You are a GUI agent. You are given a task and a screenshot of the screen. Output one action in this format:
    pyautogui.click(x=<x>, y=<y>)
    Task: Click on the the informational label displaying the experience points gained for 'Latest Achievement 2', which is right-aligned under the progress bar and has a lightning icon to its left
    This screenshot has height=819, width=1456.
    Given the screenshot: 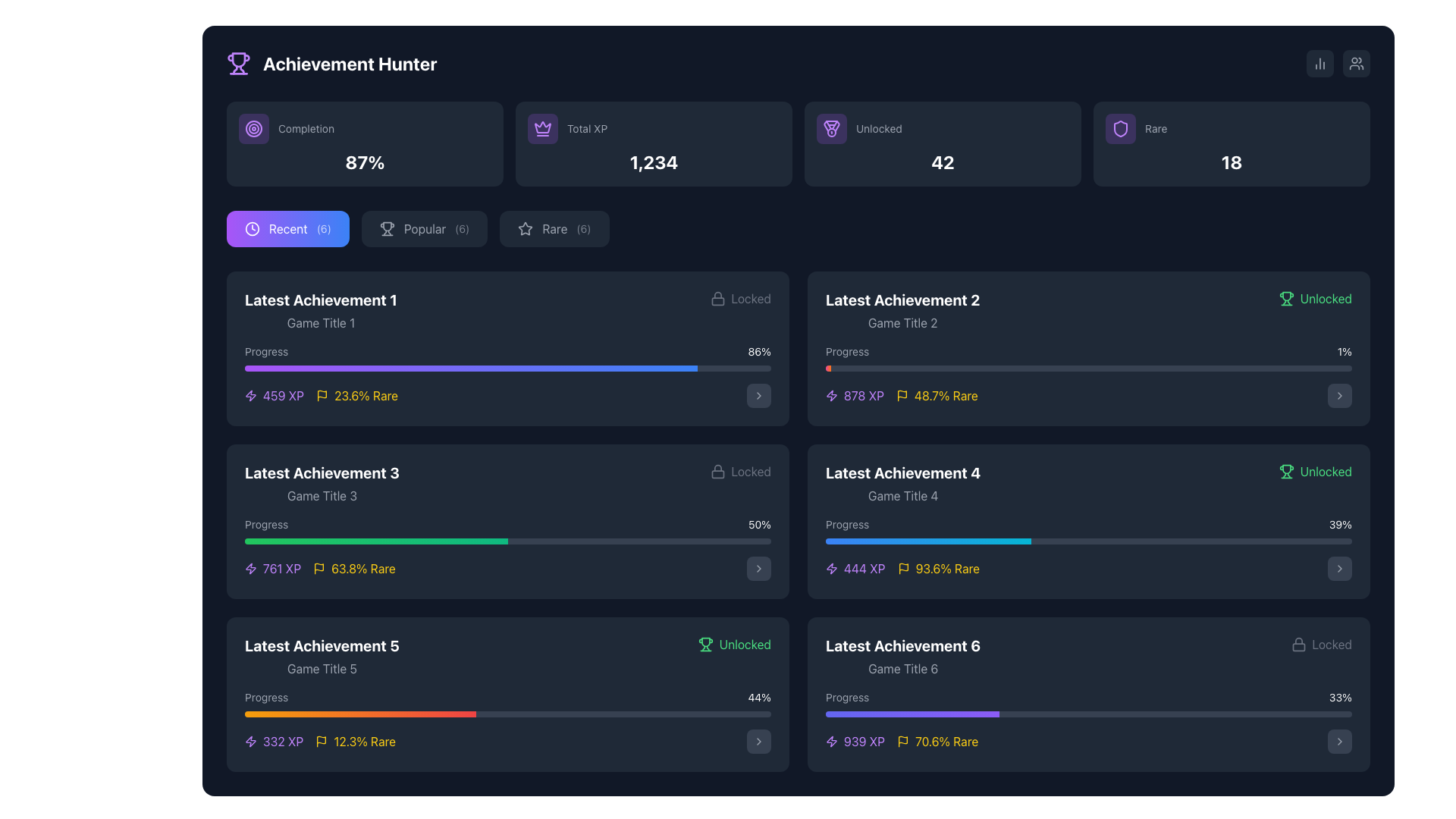 What is the action you would take?
    pyautogui.click(x=864, y=394)
    